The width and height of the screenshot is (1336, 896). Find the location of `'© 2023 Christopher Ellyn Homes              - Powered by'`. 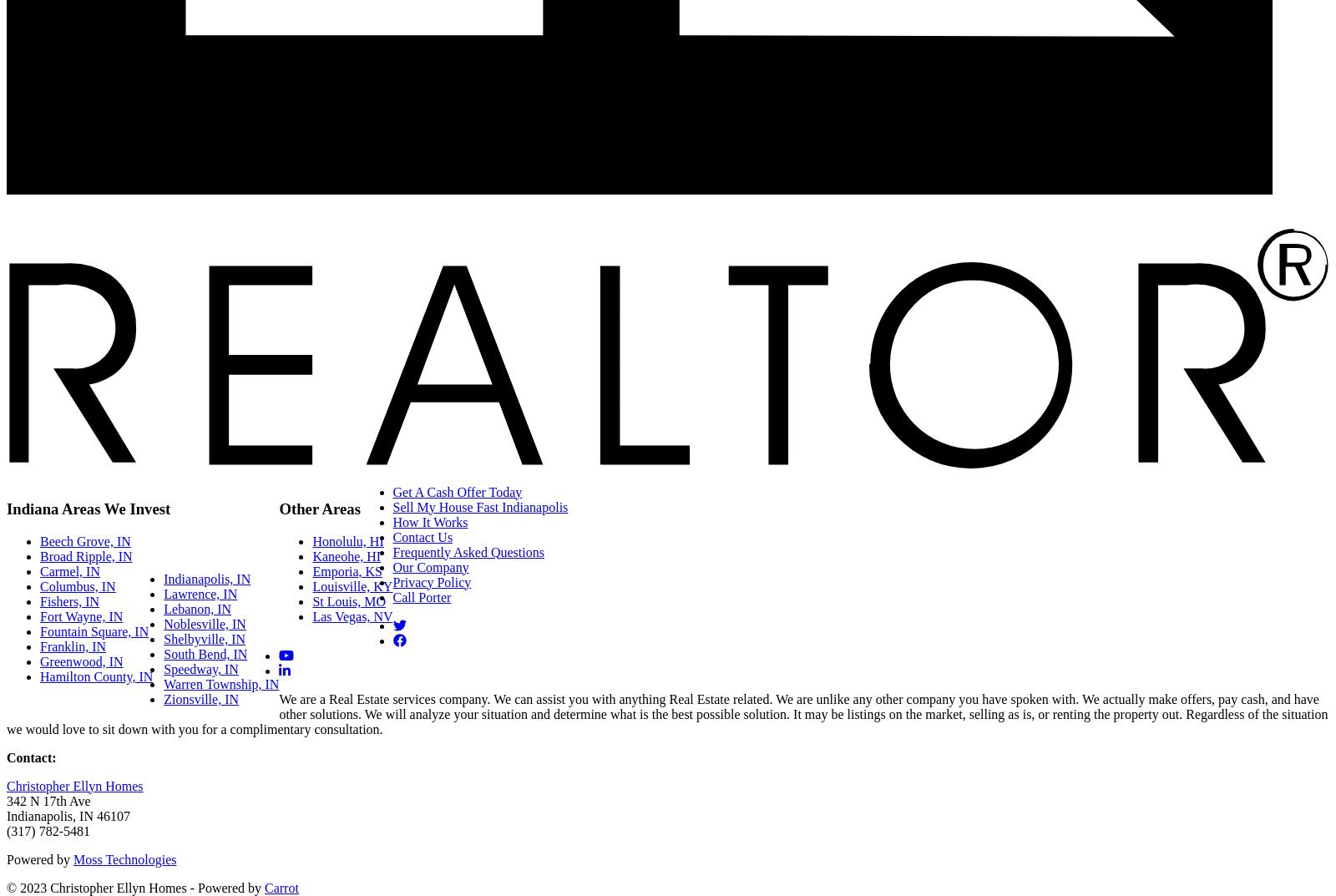

'© 2023 Christopher Ellyn Homes              - Powered by' is located at coordinates (134, 887).